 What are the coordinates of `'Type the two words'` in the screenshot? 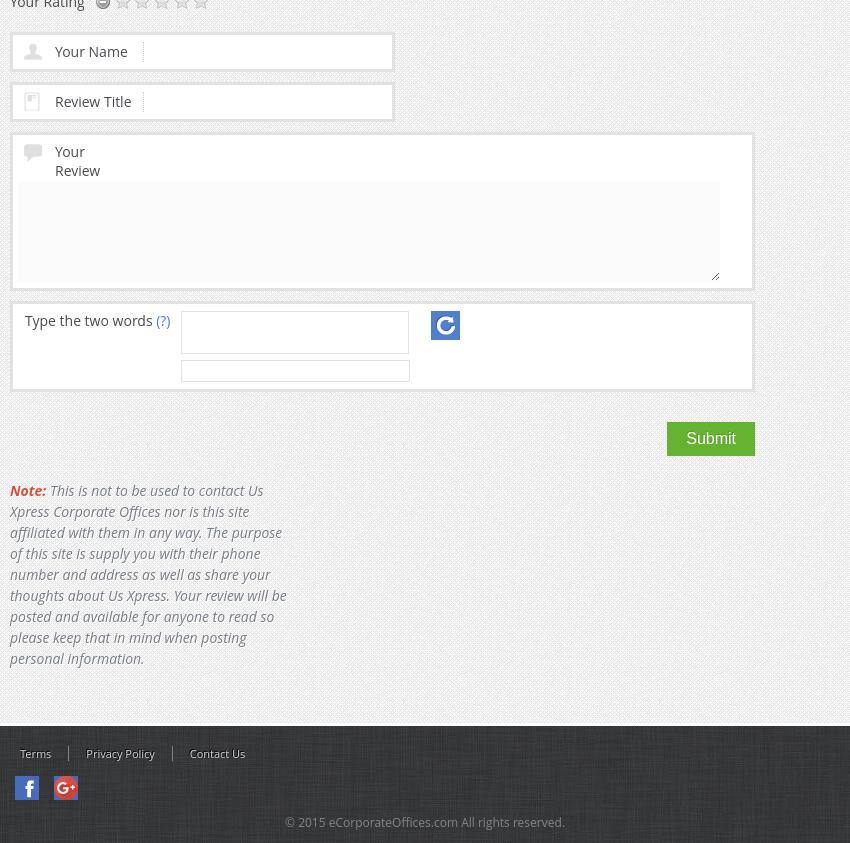 It's located at (89, 319).